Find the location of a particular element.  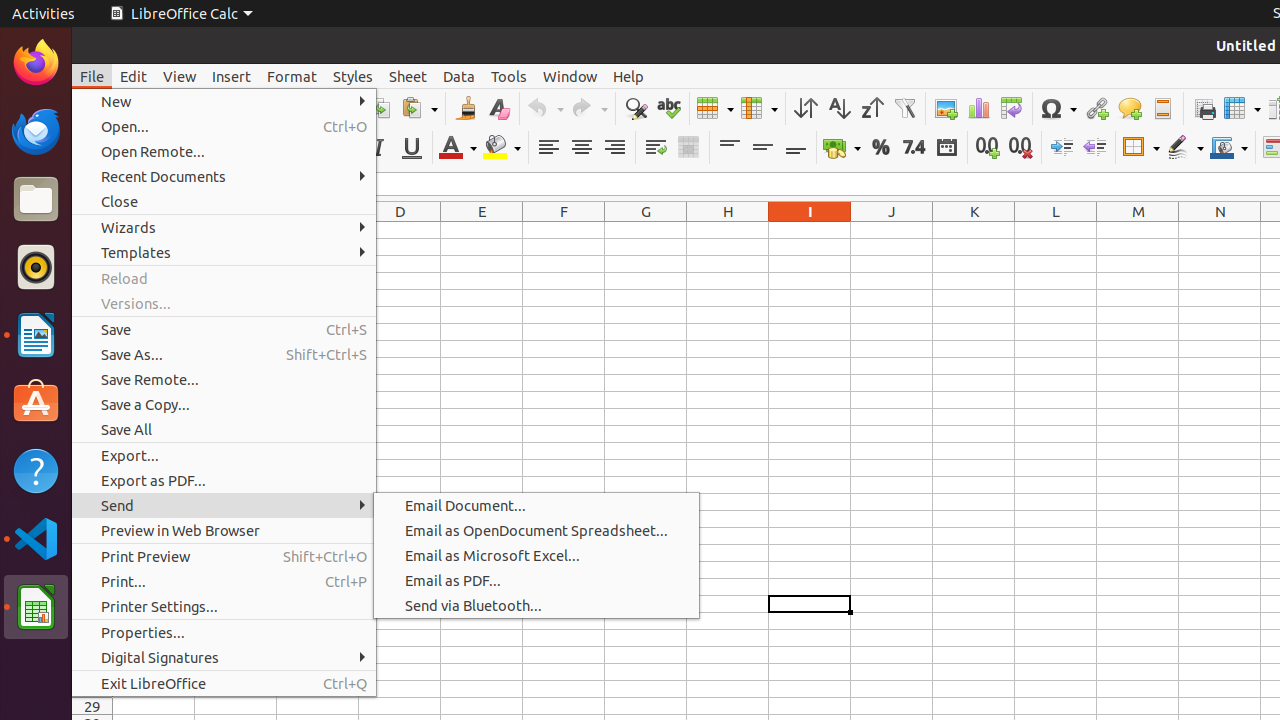

'Printer Settings...' is located at coordinates (224, 605).